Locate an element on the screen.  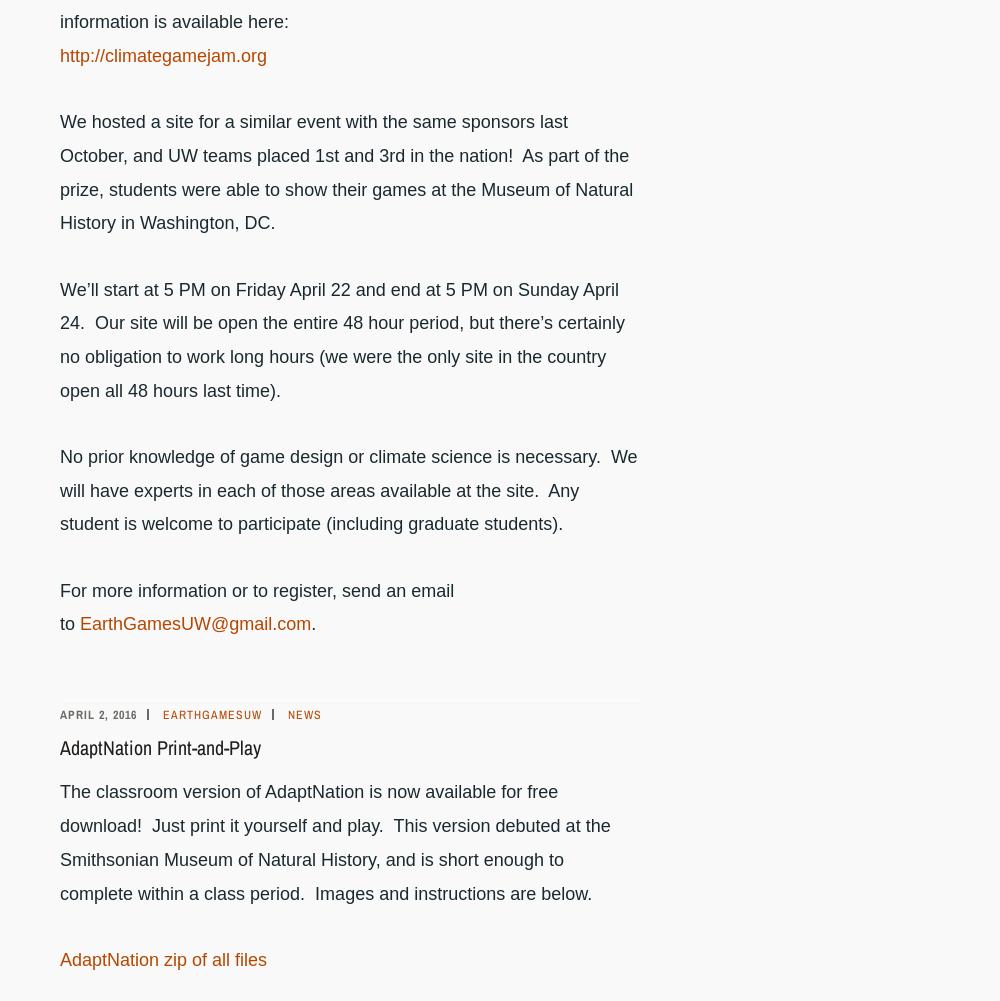
'The classroom version of AdaptNation is now available for free download!  Just print it yourself and play.  This version debuted at the Smithsonian Museum of Natural History, and is short enough to complete within a class period.  Images and instructions are below.' is located at coordinates (334, 841).